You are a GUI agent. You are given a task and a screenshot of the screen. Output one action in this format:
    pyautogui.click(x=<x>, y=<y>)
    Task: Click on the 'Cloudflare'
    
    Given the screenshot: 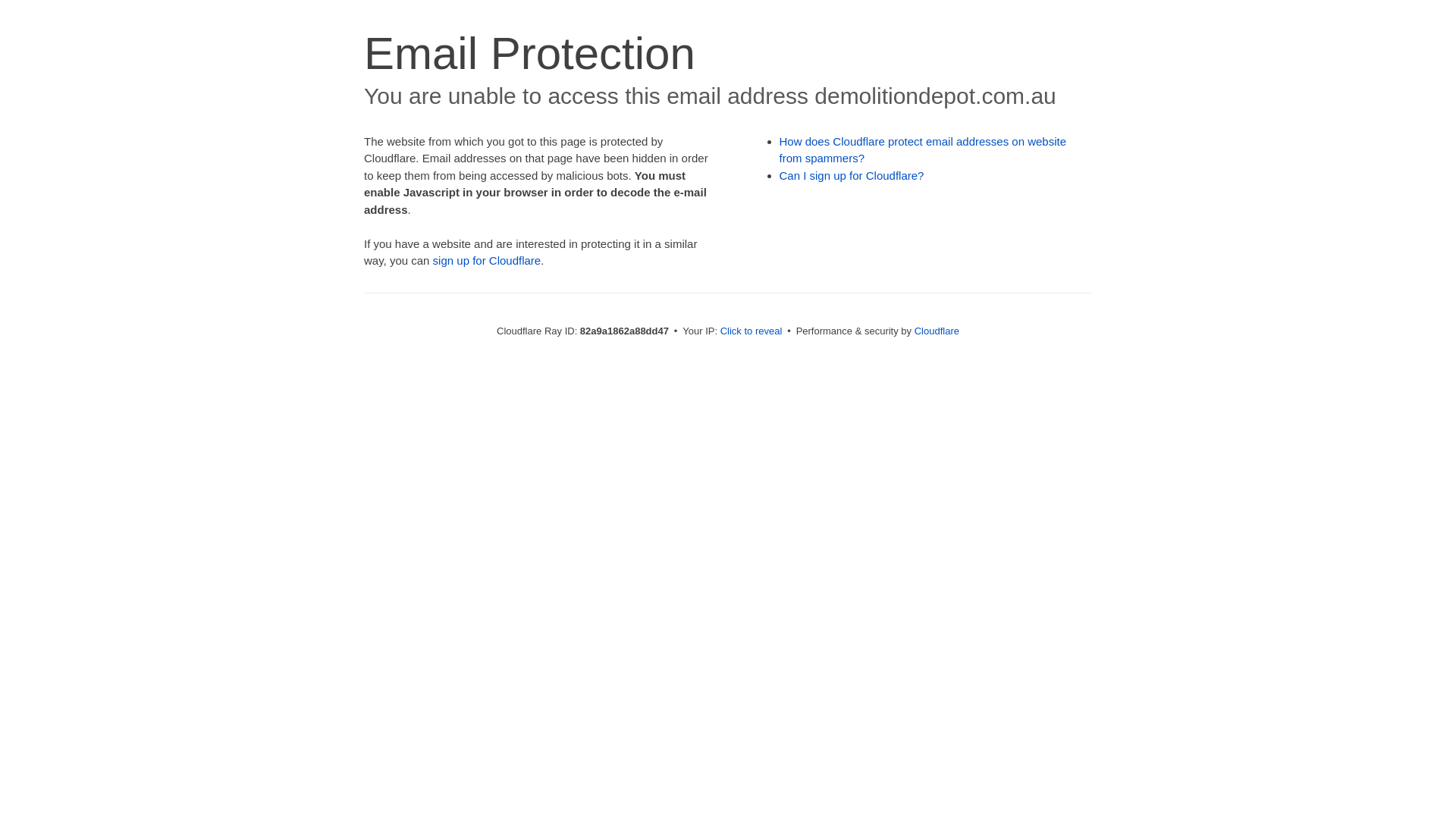 What is the action you would take?
    pyautogui.click(x=936, y=330)
    